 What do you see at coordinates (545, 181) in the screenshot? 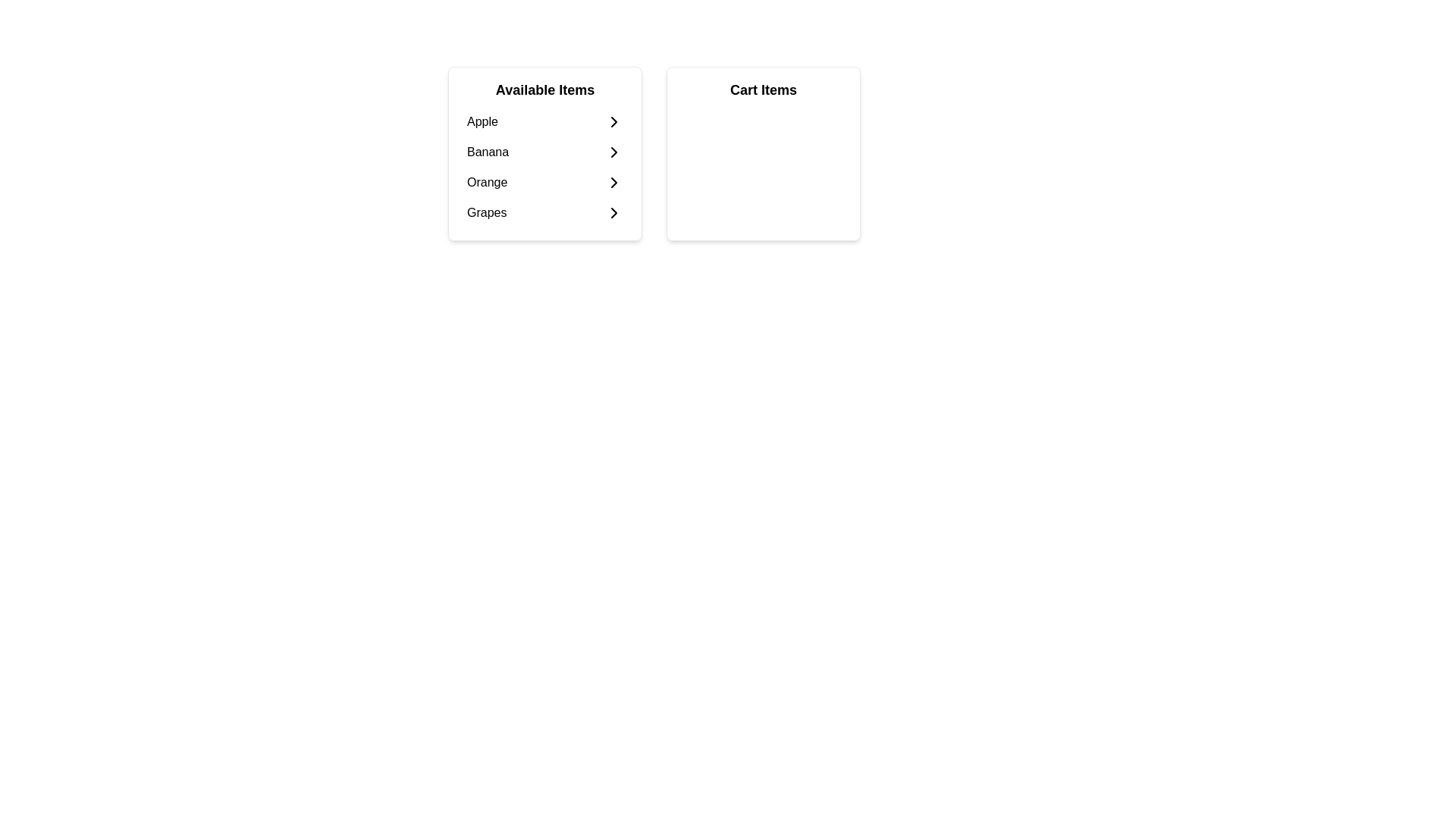
I see `the third selectable list item labeled 'Orange' to trigger visual feedback` at bounding box center [545, 181].